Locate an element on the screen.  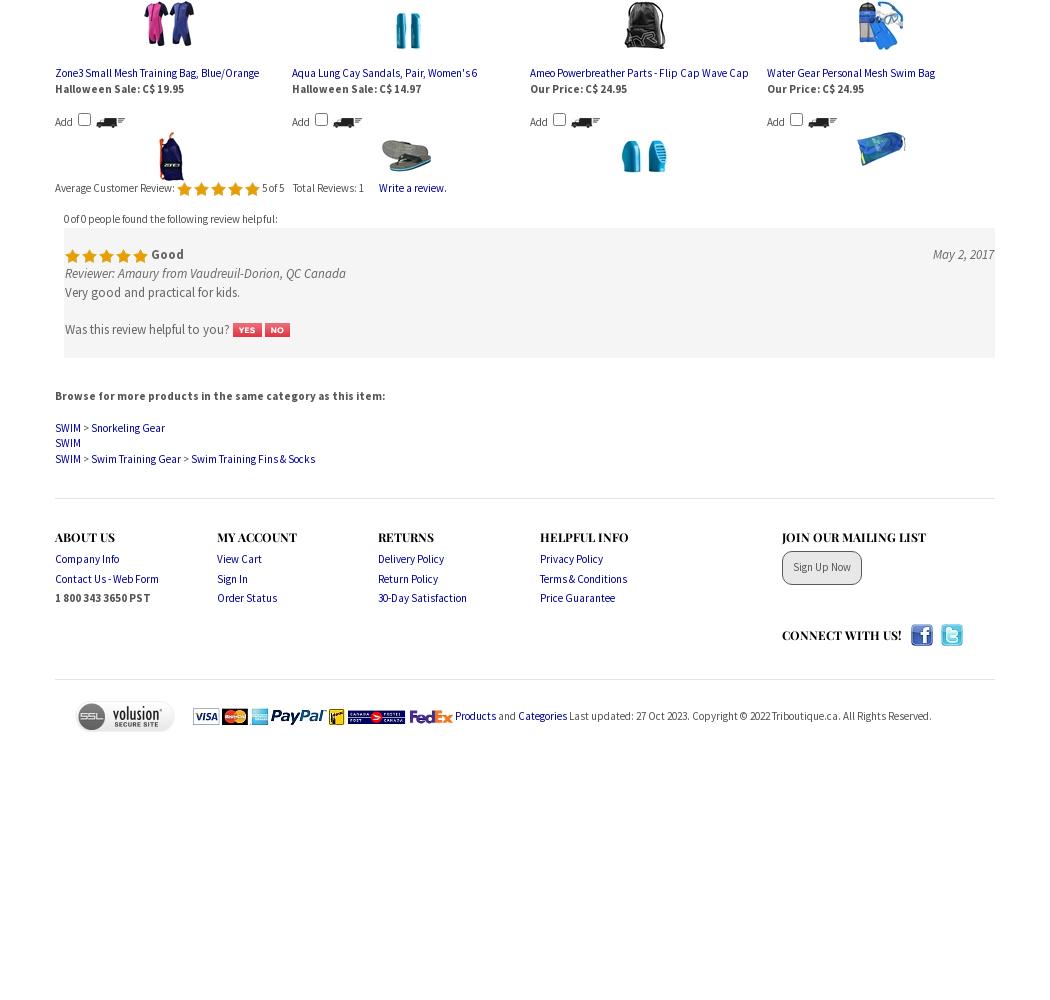
'Delivery Policy' is located at coordinates (410, 558).